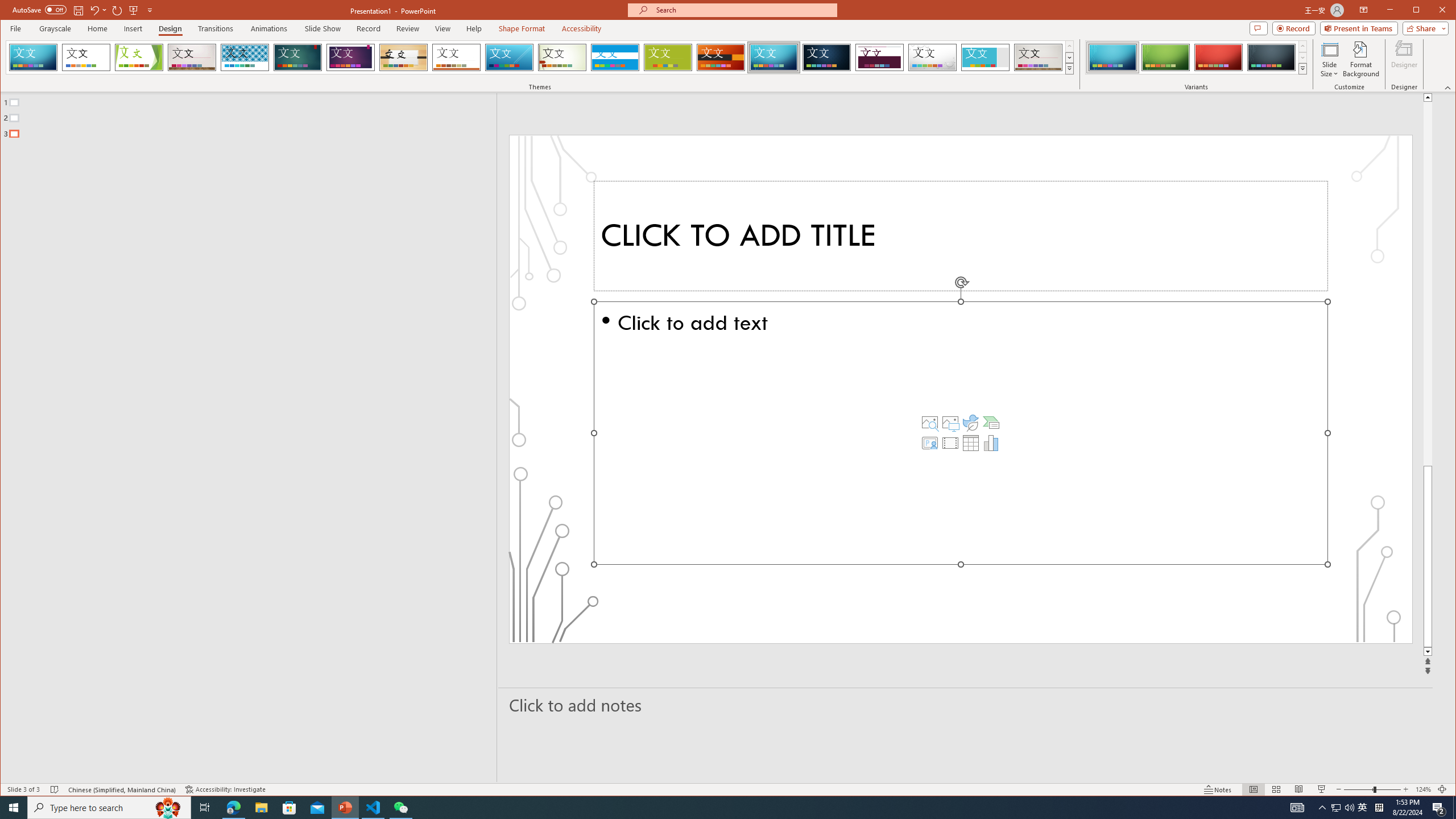 The height and width of the screenshot is (819, 1456). What do you see at coordinates (879, 57) in the screenshot?
I see `'Dividend'` at bounding box center [879, 57].